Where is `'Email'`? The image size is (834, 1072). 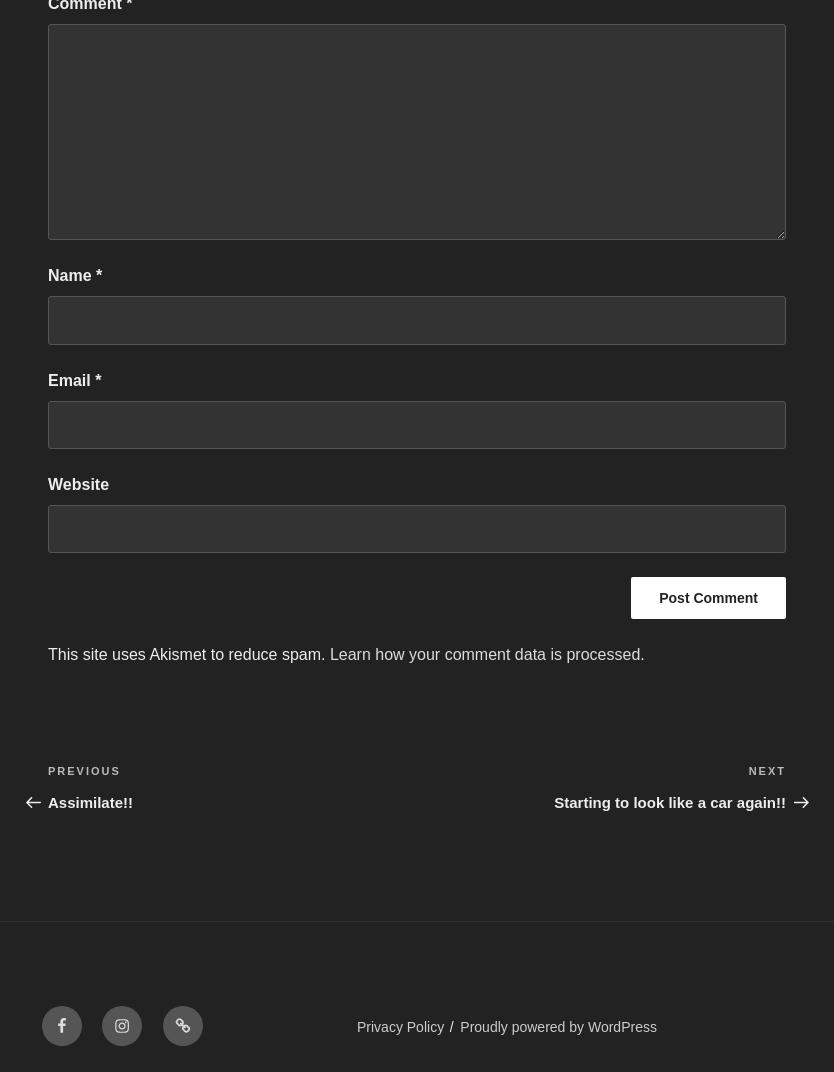
'Email' is located at coordinates (70, 379).